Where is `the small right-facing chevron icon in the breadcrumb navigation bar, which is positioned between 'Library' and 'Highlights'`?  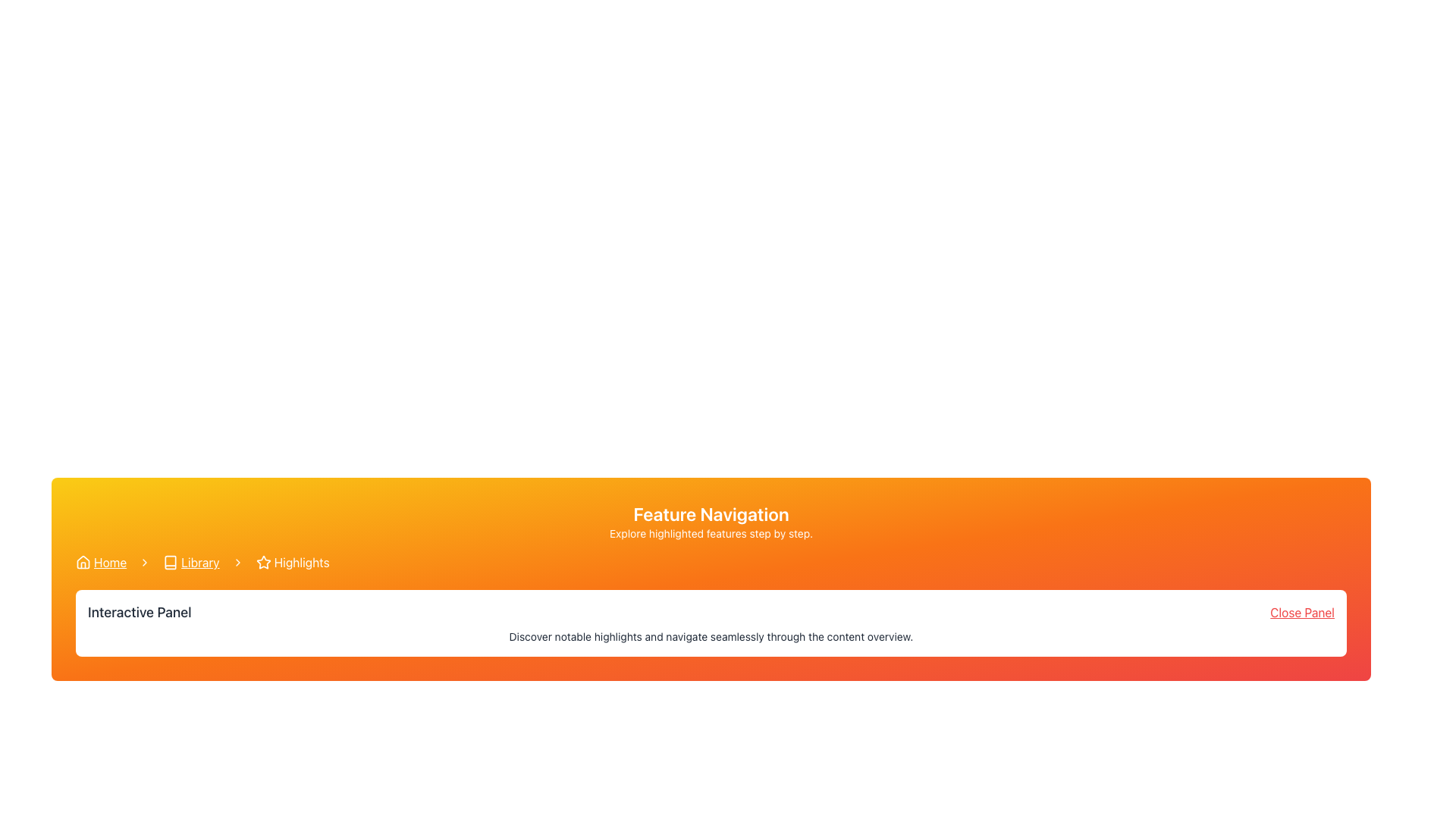
the small right-facing chevron icon in the breadcrumb navigation bar, which is positioned between 'Library' and 'Highlights' is located at coordinates (237, 562).